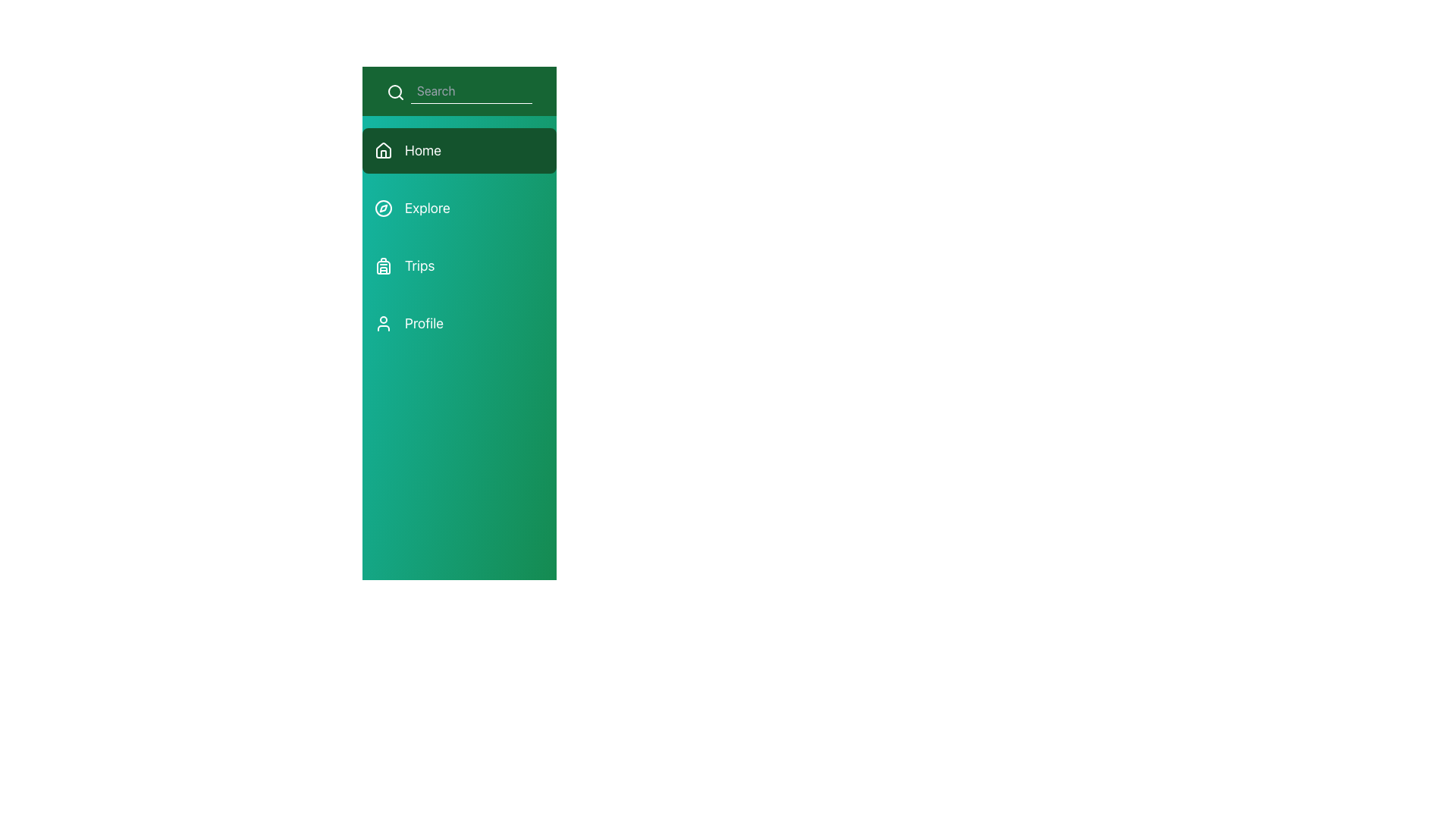 Image resolution: width=1456 pixels, height=819 pixels. What do you see at coordinates (383, 208) in the screenshot?
I see `the 'Explore' menu icon` at bounding box center [383, 208].